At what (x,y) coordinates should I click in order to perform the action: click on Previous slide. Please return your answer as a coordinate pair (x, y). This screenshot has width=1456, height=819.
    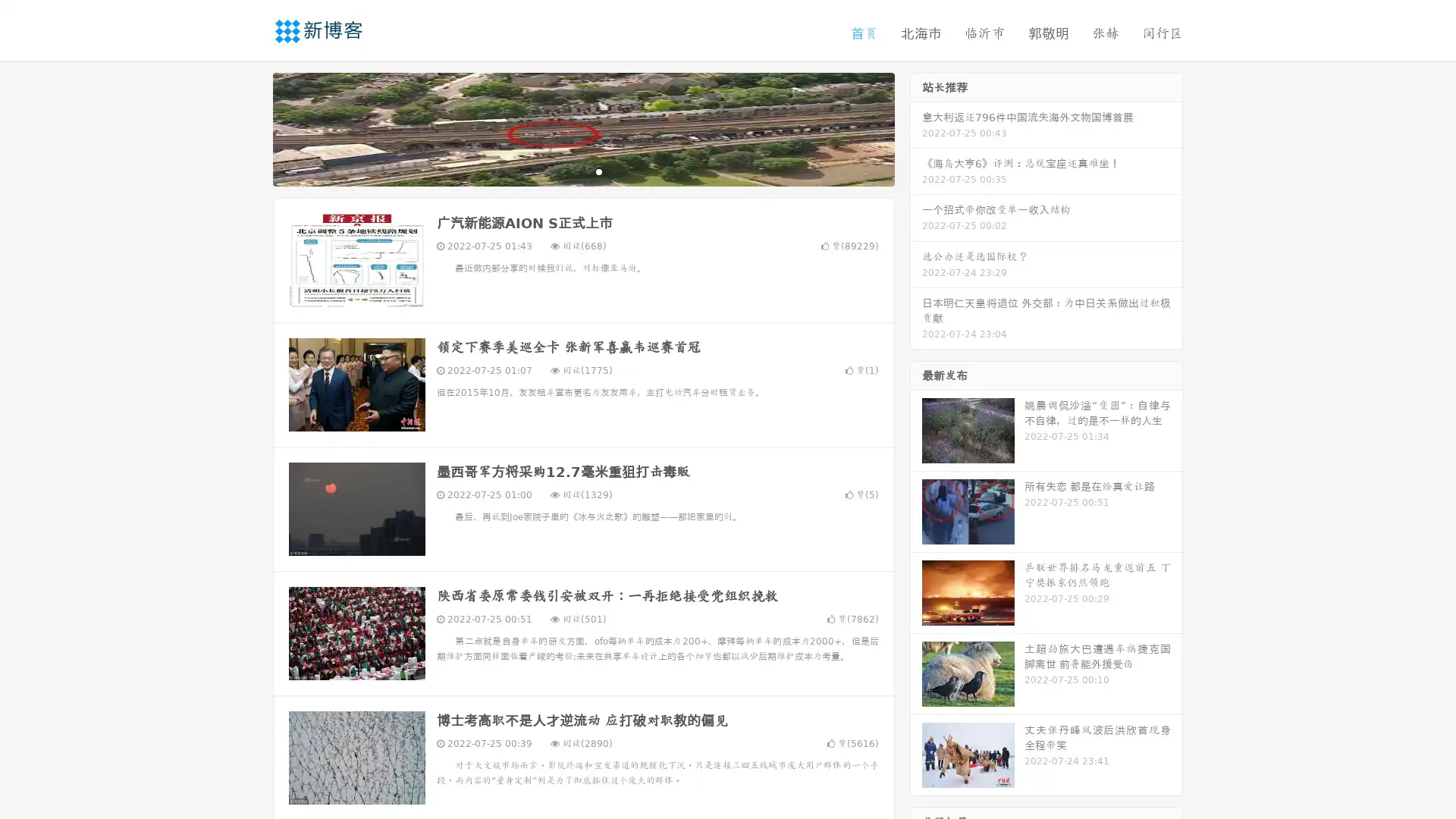
    Looking at the image, I should click on (250, 127).